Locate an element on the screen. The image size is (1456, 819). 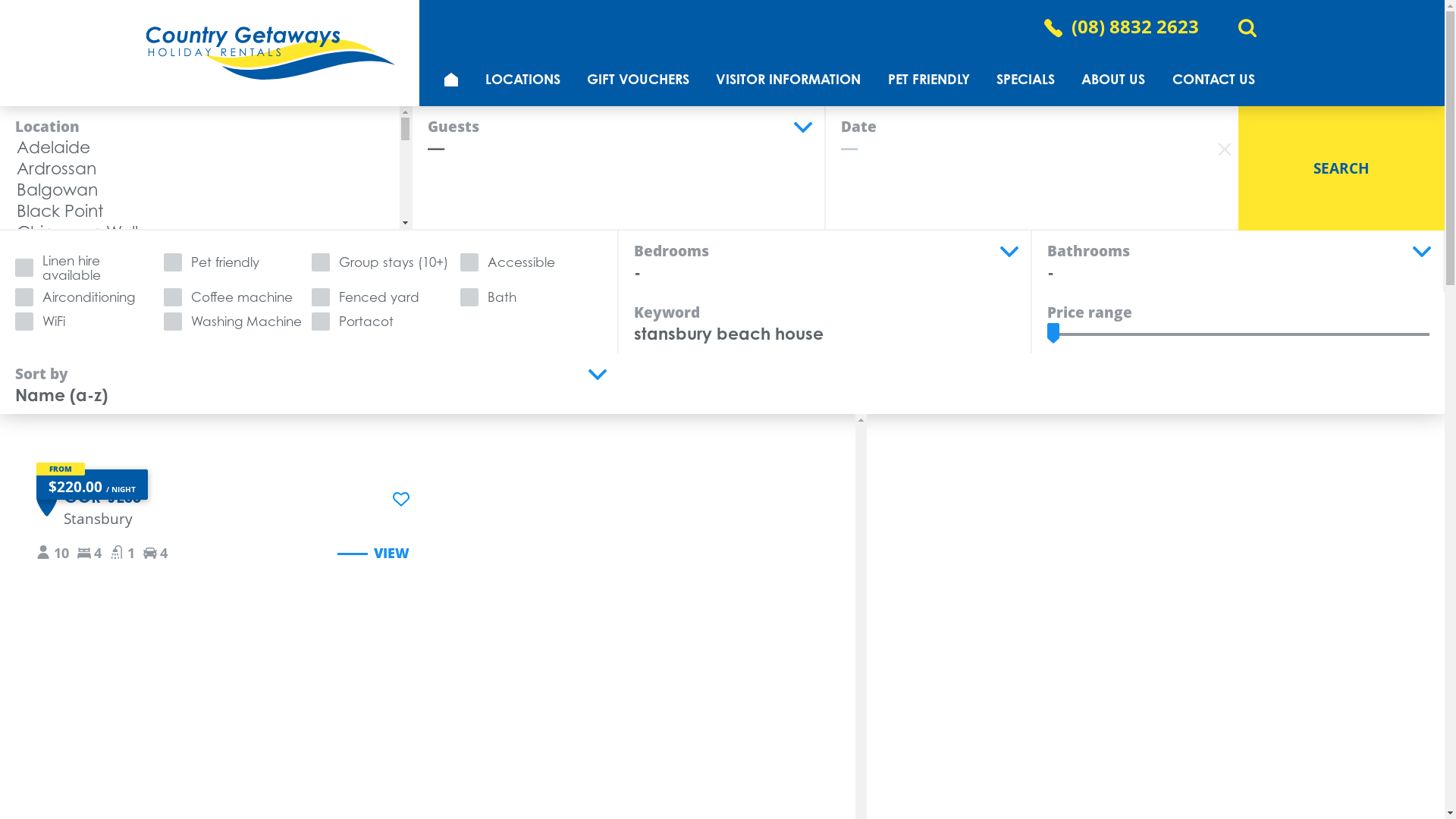
'VIEW is located at coordinates (371, 553).